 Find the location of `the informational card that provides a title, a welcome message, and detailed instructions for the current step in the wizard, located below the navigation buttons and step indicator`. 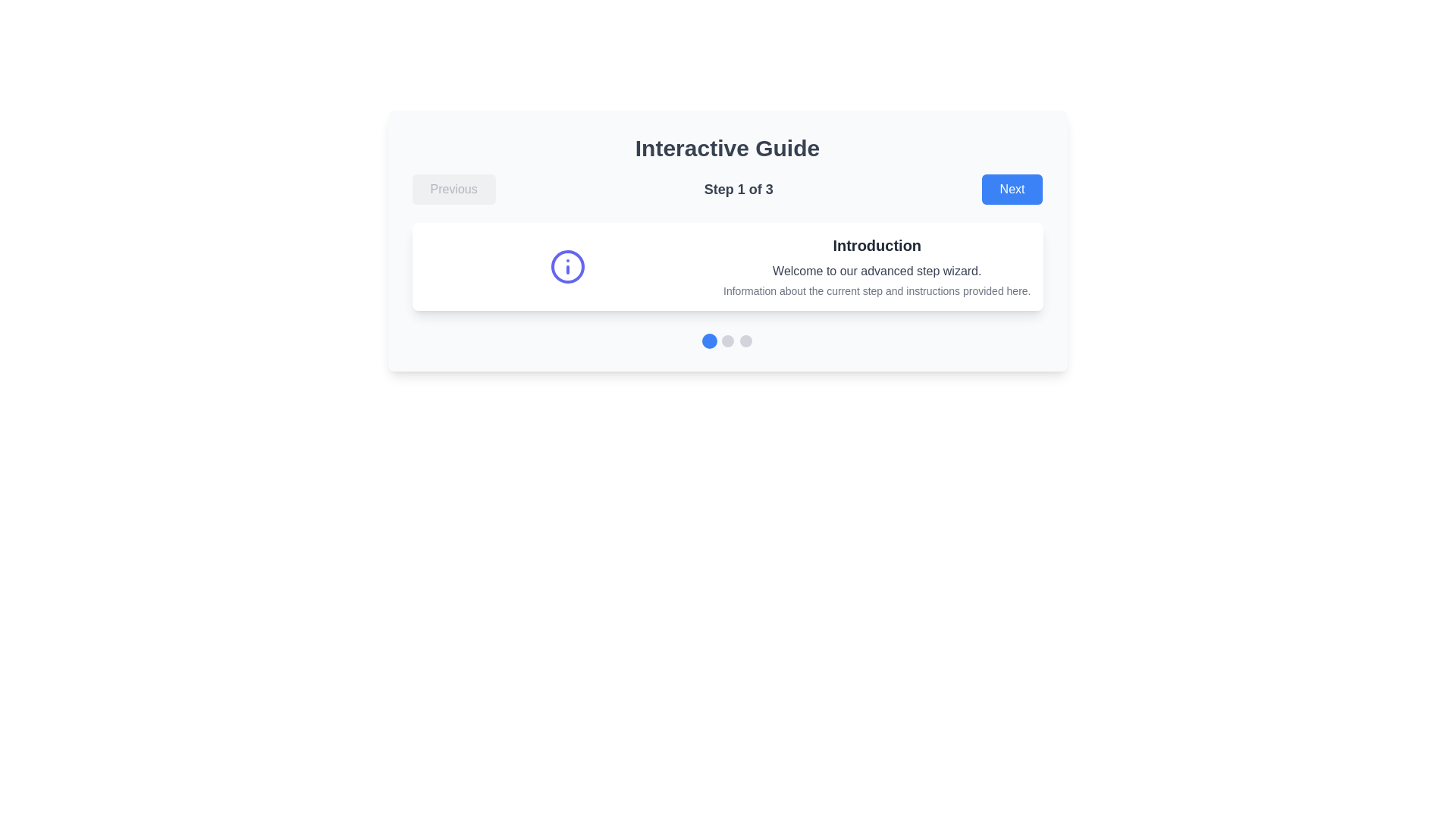

the informational card that provides a title, a welcome message, and detailed instructions for the current step in the wizard, located below the navigation buttons and step indicator is located at coordinates (726, 265).